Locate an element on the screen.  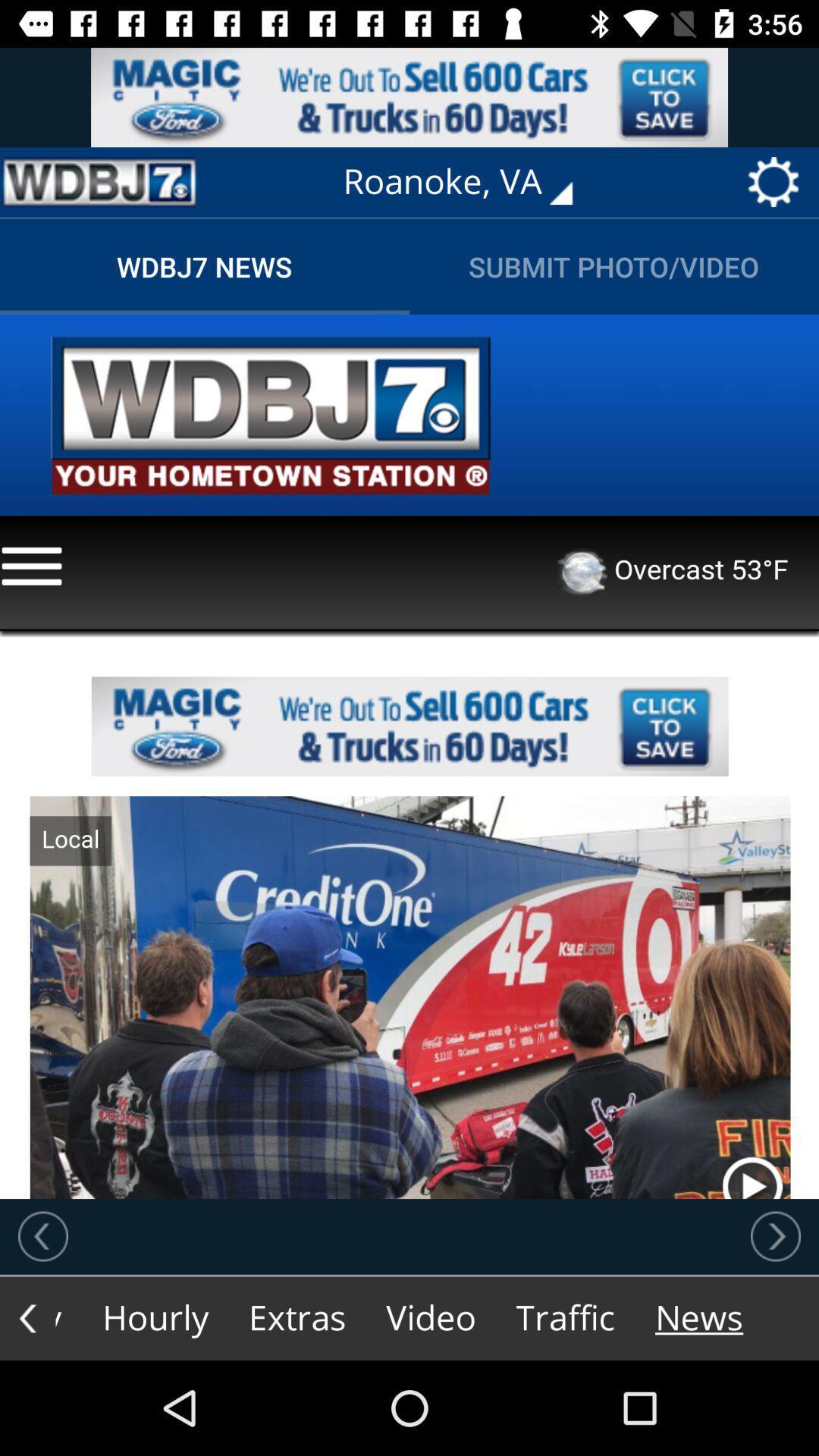
goto next is located at coordinates (775, 1236).